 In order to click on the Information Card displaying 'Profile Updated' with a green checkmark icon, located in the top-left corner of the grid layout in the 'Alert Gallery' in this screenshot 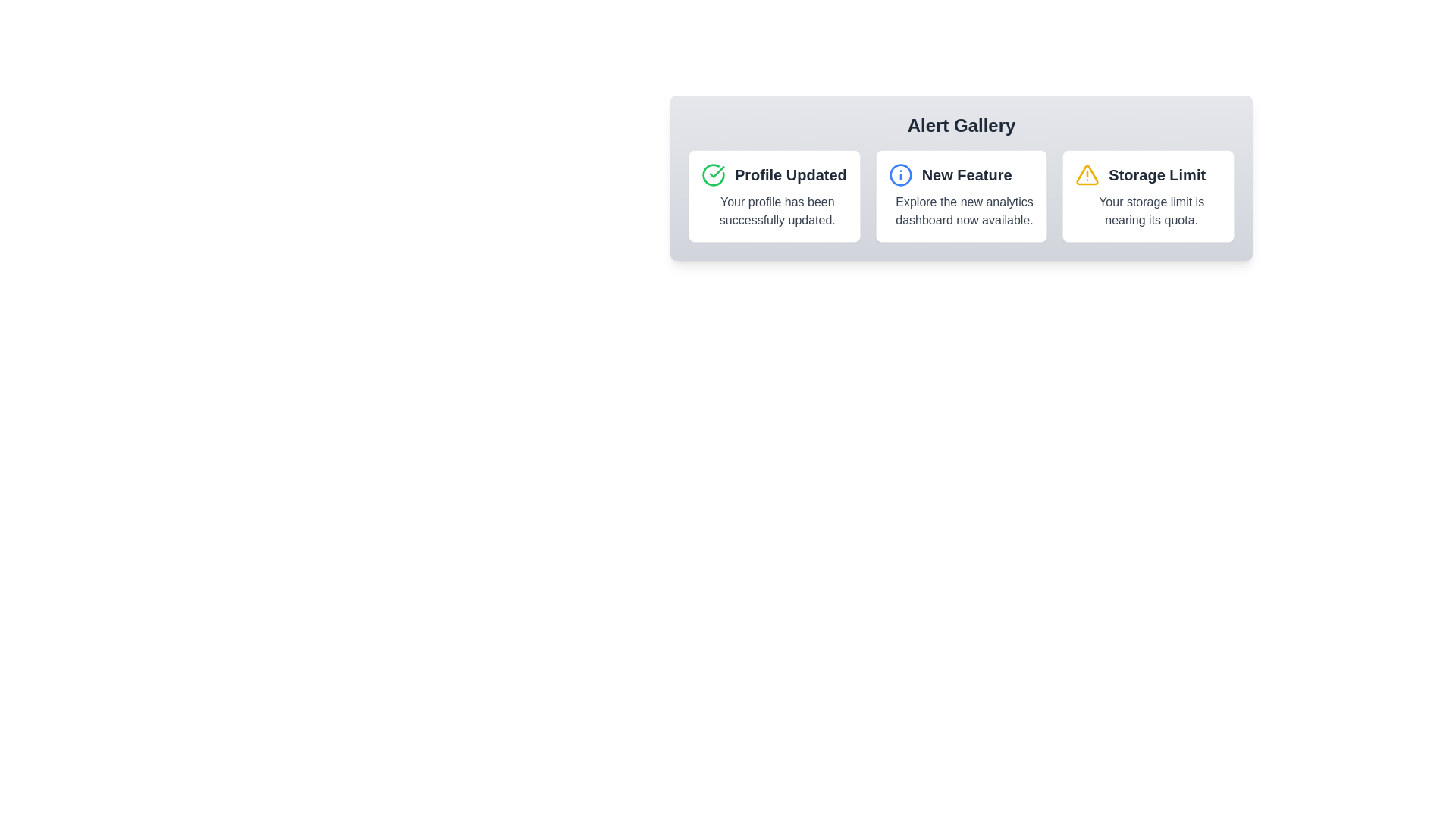, I will do `click(774, 195)`.